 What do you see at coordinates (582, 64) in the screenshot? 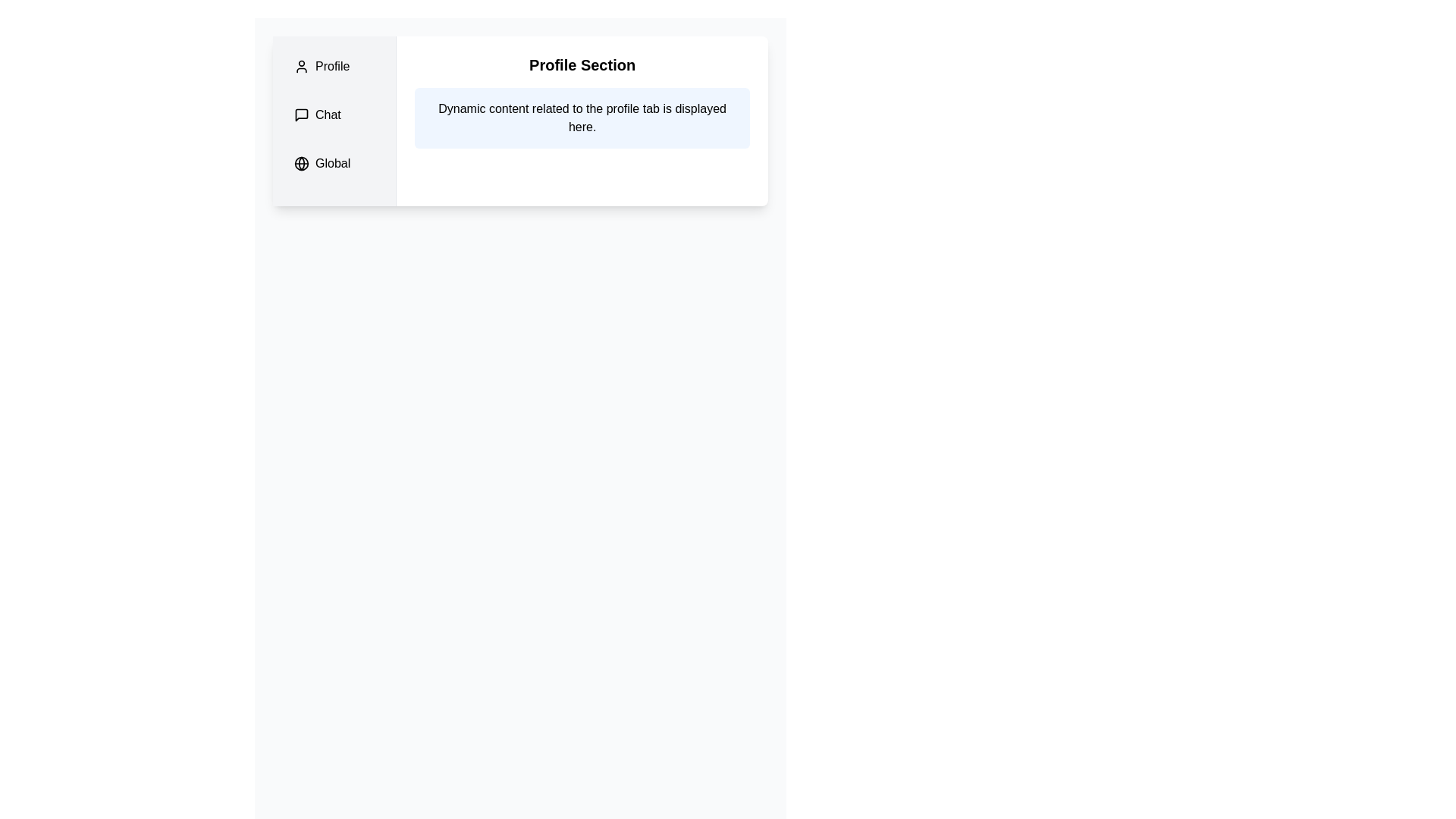
I see `the Header text indicating user profile section` at bounding box center [582, 64].